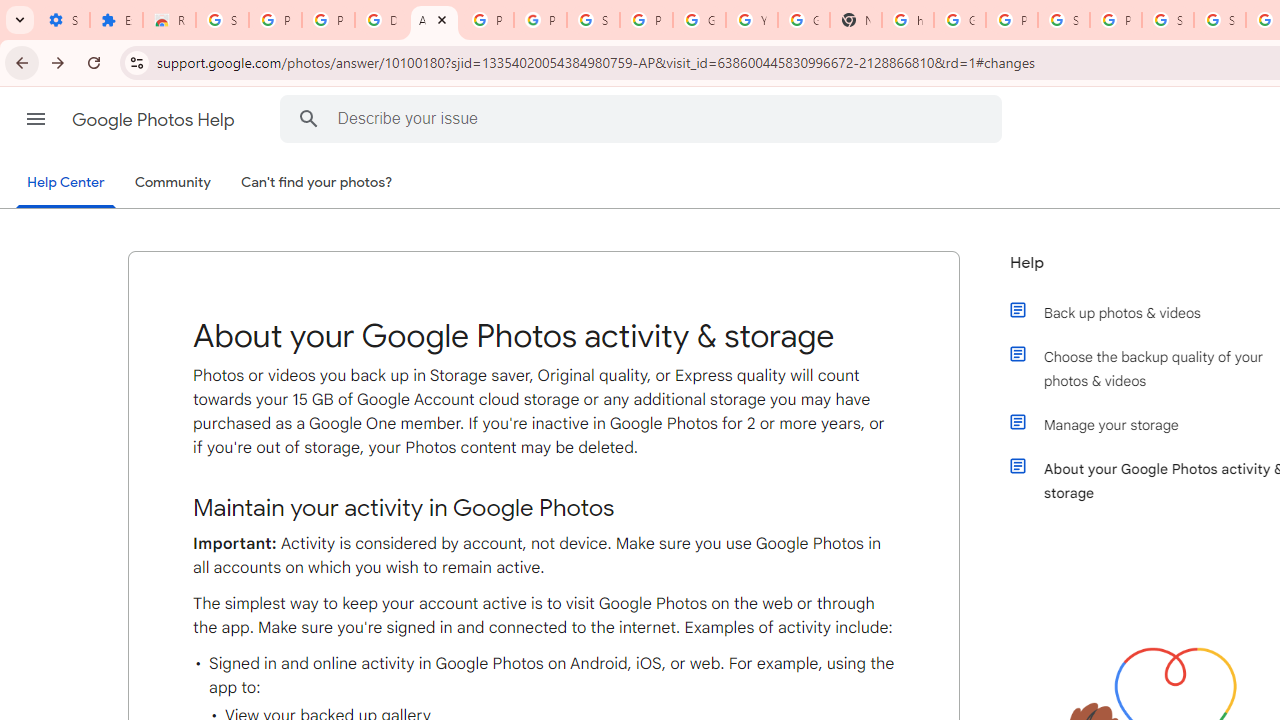 The height and width of the screenshot is (720, 1280). Describe the element at coordinates (169, 20) in the screenshot. I see `'Reviews: Helix Fruit Jump Arcade Game'` at that location.